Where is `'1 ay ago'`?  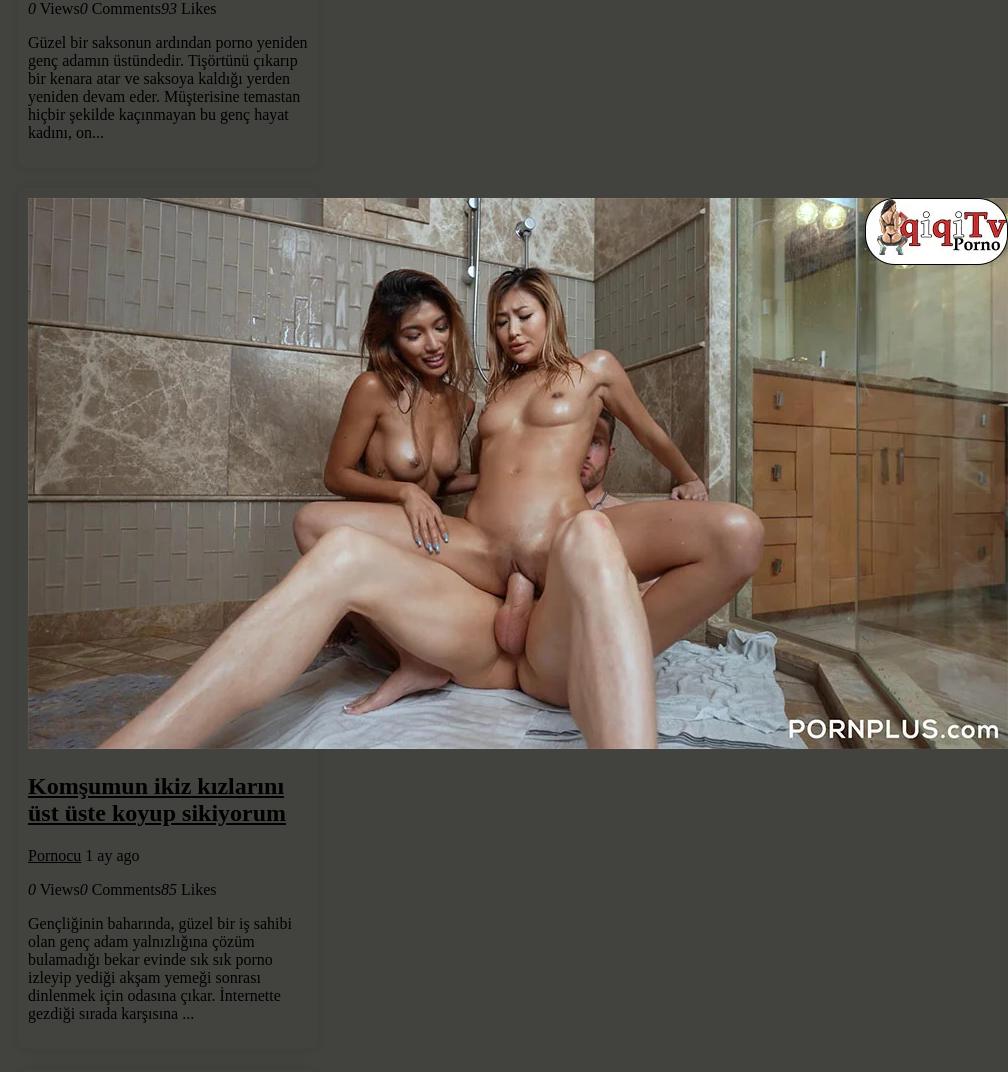 '1 ay ago' is located at coordinates (111, 854).